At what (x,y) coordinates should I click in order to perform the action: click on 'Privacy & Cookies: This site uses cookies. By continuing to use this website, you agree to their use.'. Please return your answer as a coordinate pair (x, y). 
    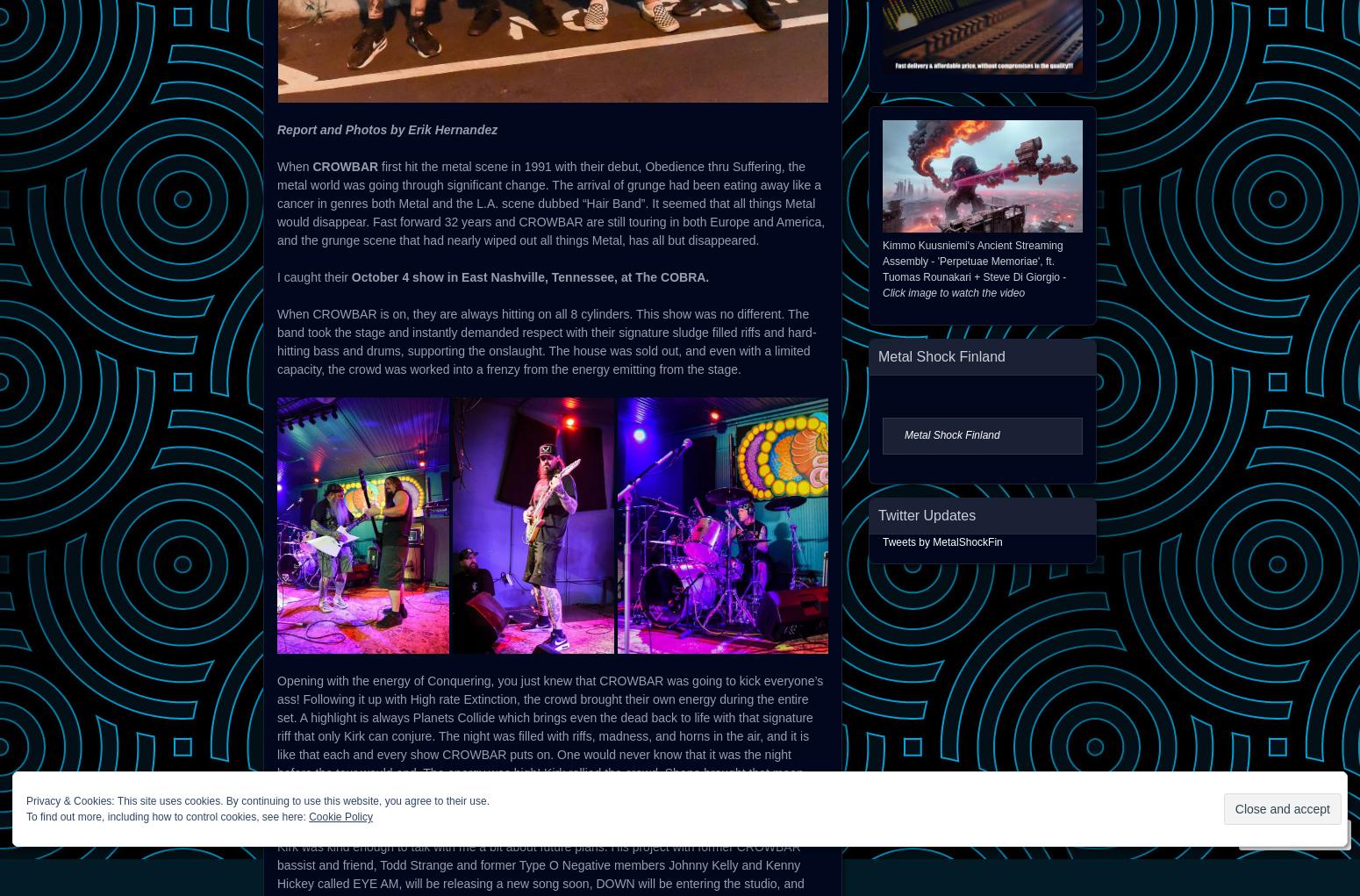
    Looking at the image, I should click on (258, 800).